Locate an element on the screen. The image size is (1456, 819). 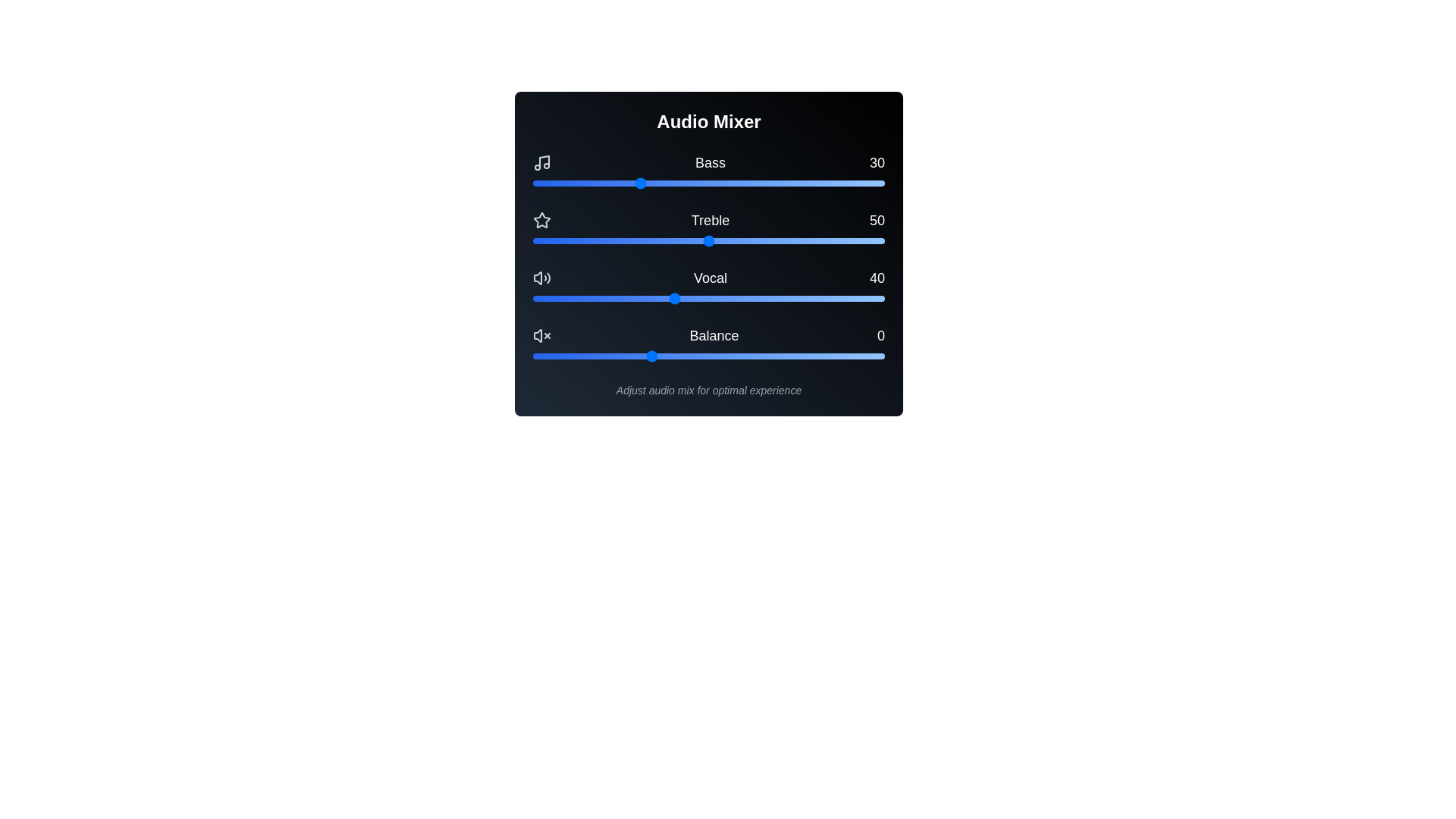
the balance slider to -5 within its range of -50 to 100 is located at coordinates (639, 356).